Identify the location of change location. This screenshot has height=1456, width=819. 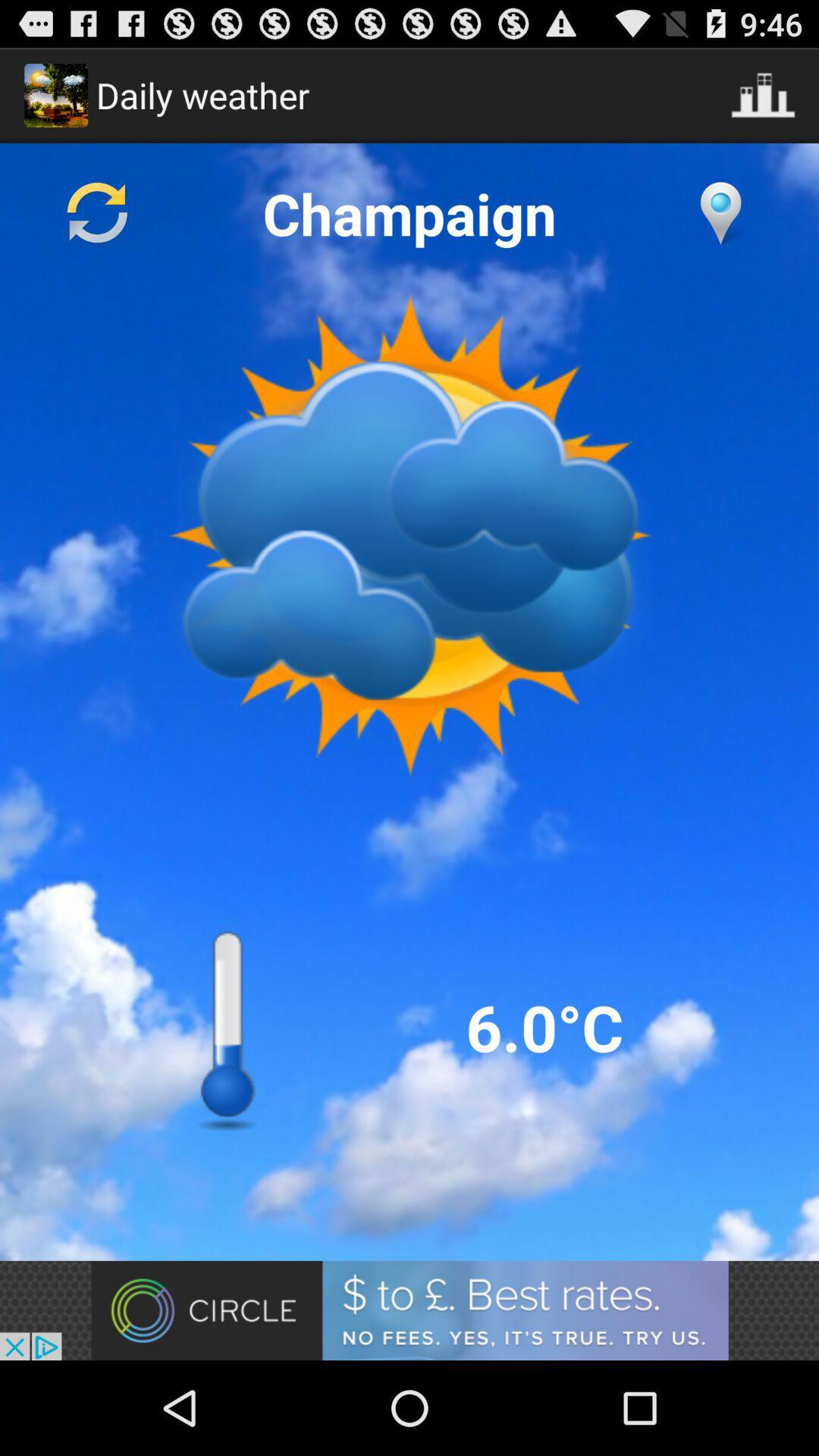
(720, 212).